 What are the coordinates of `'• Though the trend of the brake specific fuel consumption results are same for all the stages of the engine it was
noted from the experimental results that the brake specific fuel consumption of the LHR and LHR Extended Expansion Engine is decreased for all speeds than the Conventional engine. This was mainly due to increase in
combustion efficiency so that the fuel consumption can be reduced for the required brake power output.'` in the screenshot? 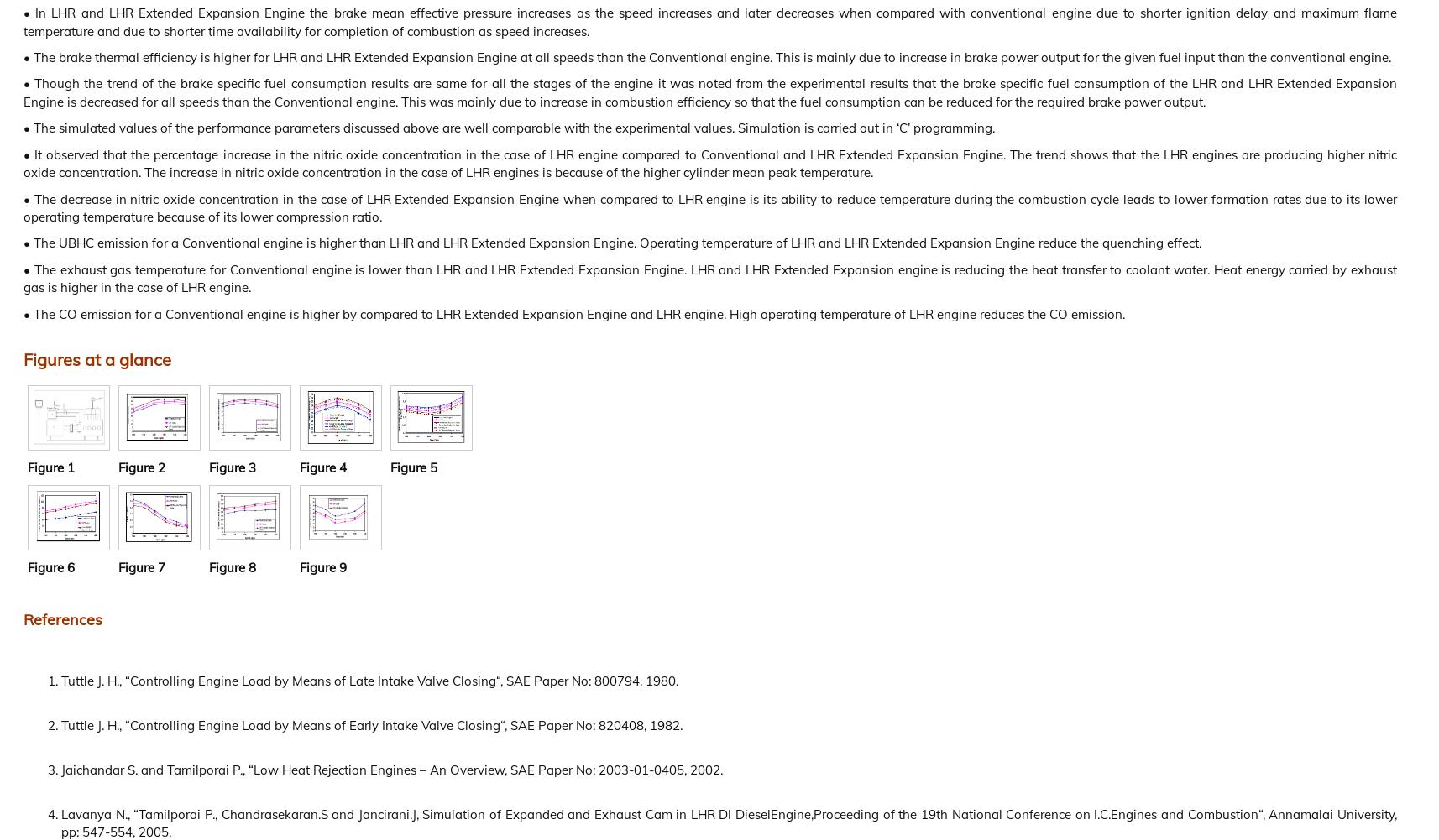 It's located at (22, 91).